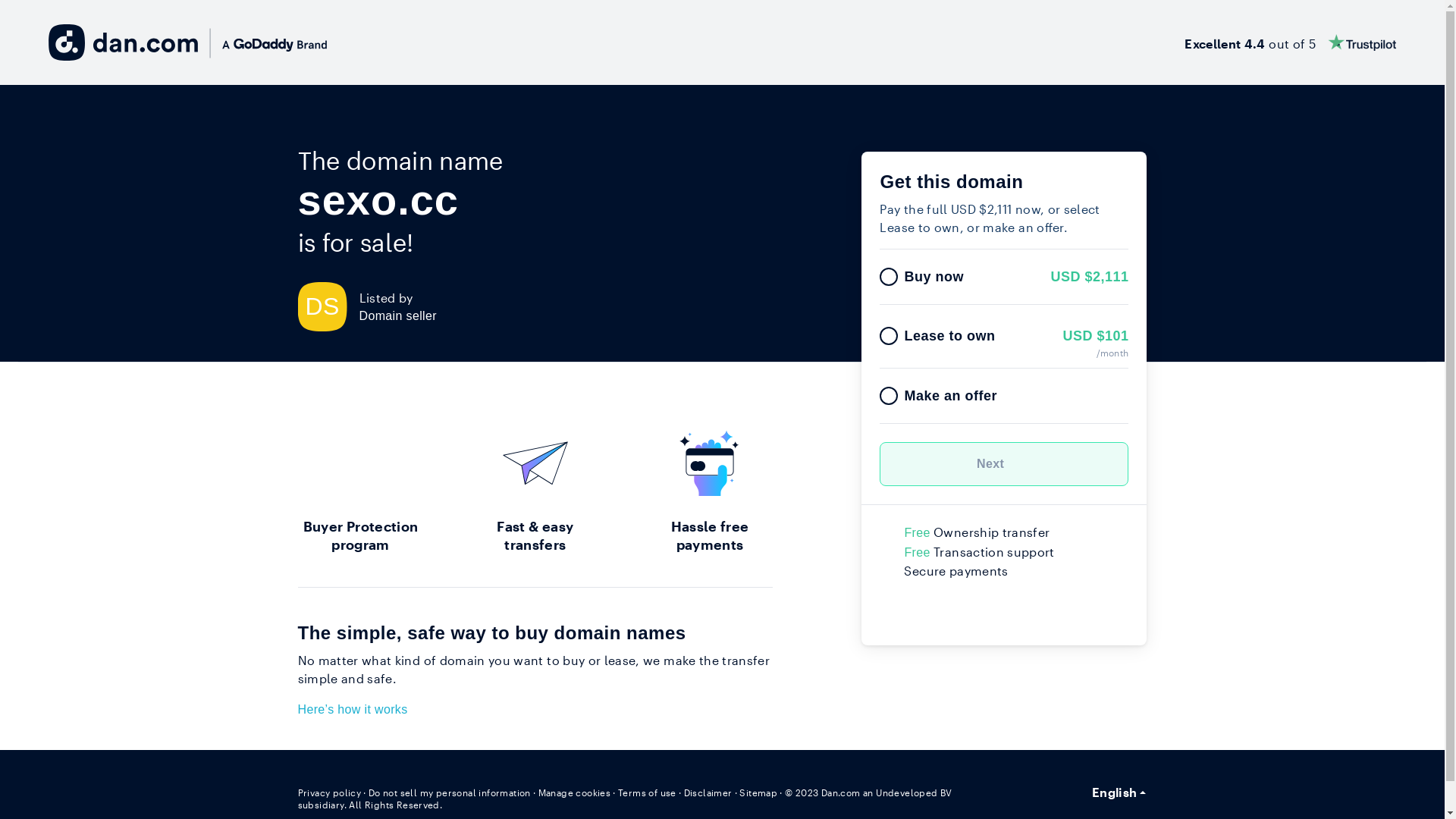 This screenshot has width=1456, height=819. Describe the element at coordinates (647, 792) in the screenshot. I see `'Terms of use'` at that location.